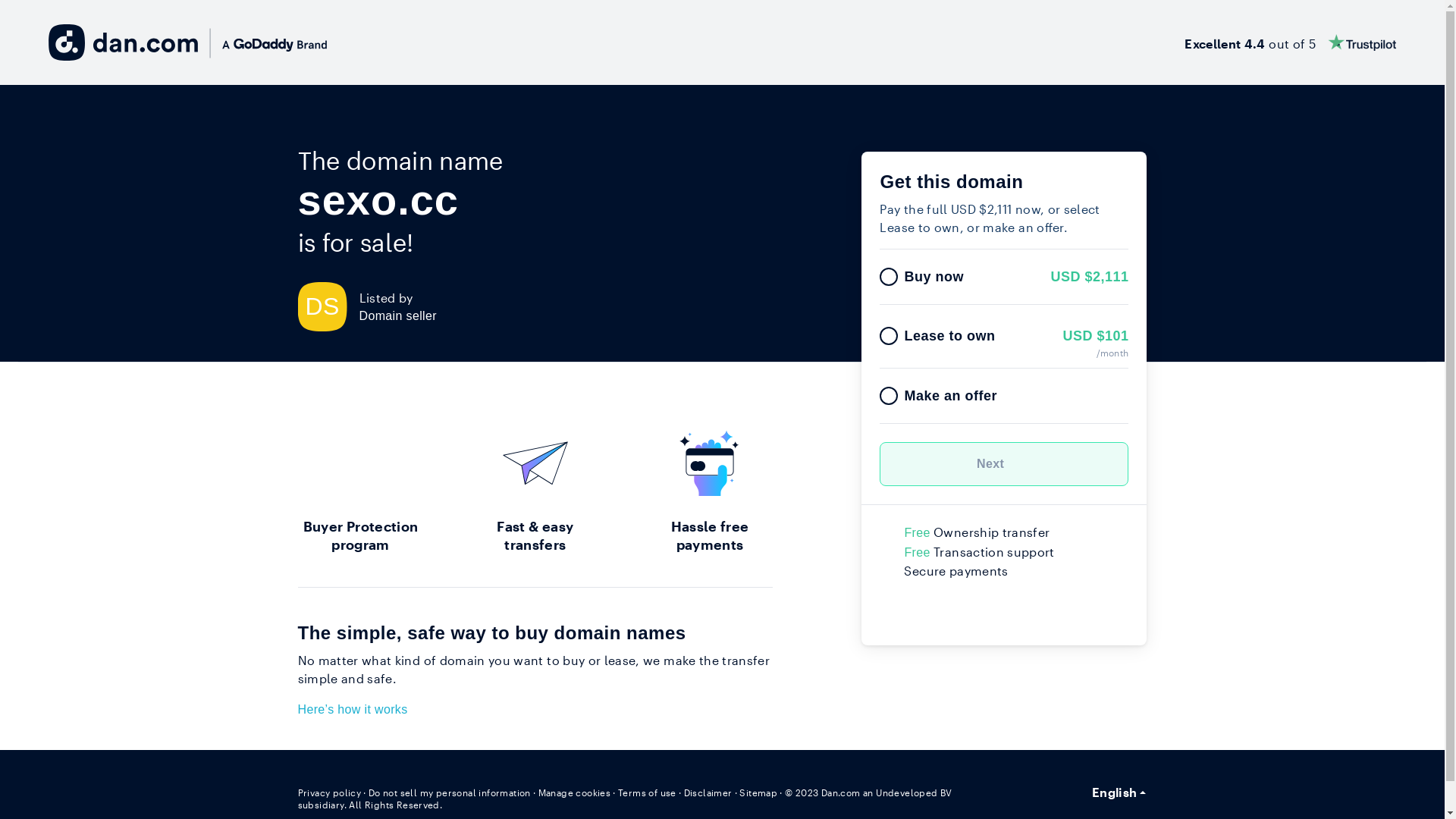 This screenshot has width=1456, height=819. Describe the element at coordinates (647, 792) in the screenshot. I see `'Terms of use'` at that location.